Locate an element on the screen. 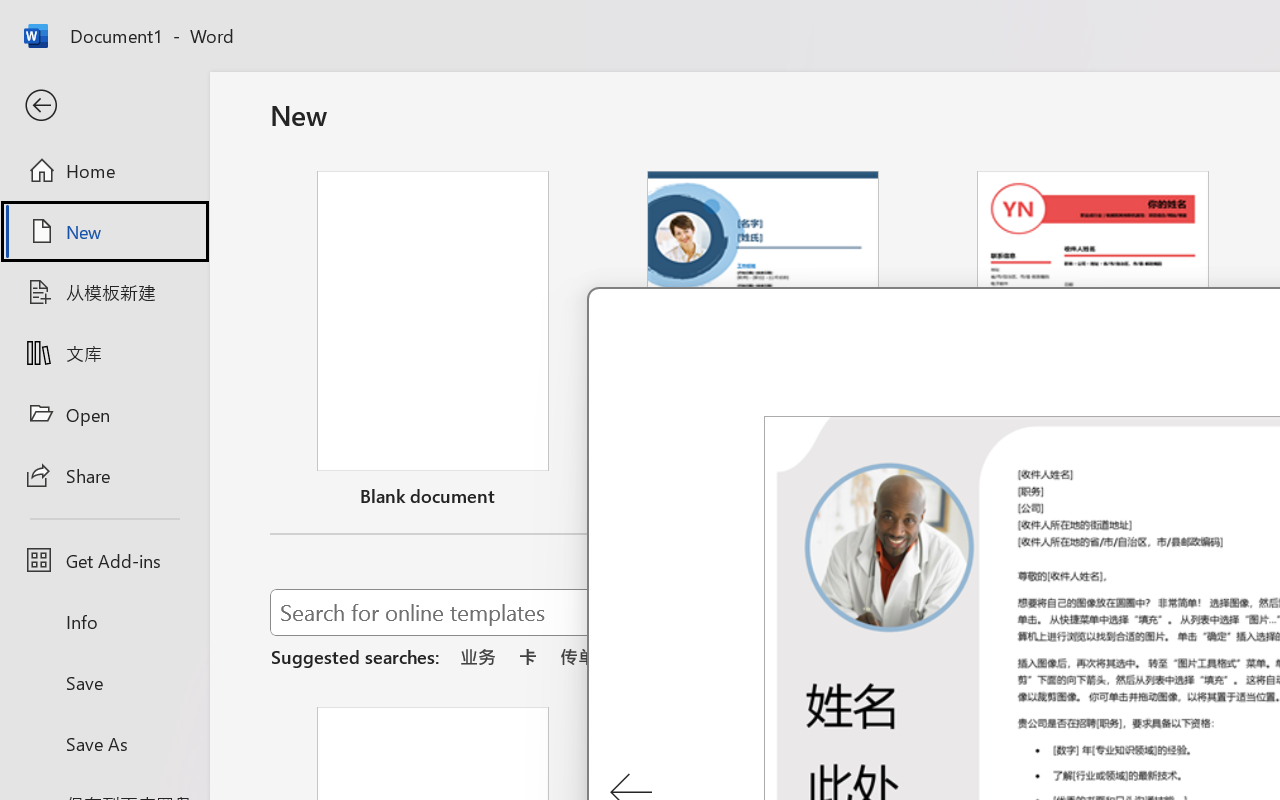 Image resolution: width=1280 pixels, height=800 pixels. 'Info' is located at coordinates (103, 621).